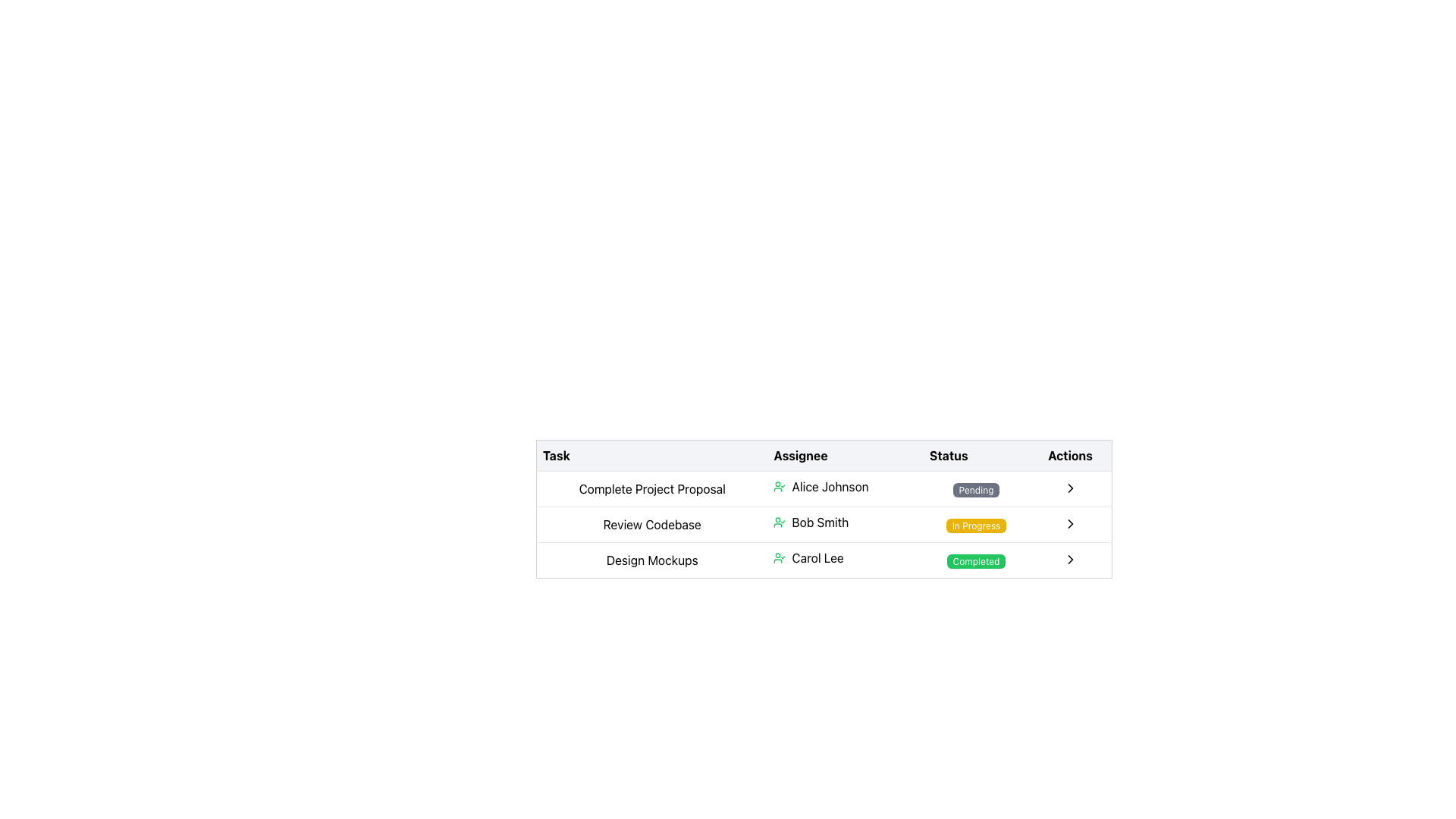 Image resolution: width=1456 pixels, height=819 pixels. Describe the element at coordinates (976, 523) in the screenshot. I see `the yellow badge labeled 'In Progress' located in the 'Status' column of the second row for the task 'Review Codebase' associated with 'Bob Smith.'` at that location.